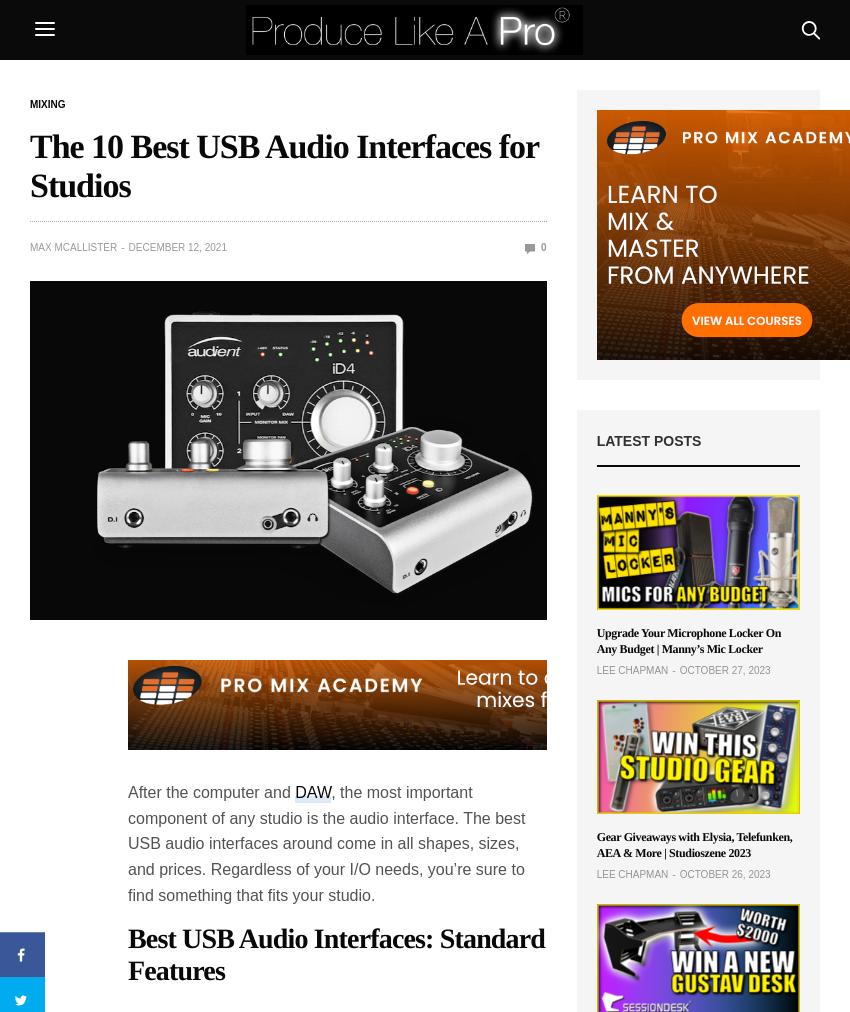  I want to click on 'Upgrade Your Microphone Locker On Any Budget | Manny’s Mic Locker', so click(595, 639).